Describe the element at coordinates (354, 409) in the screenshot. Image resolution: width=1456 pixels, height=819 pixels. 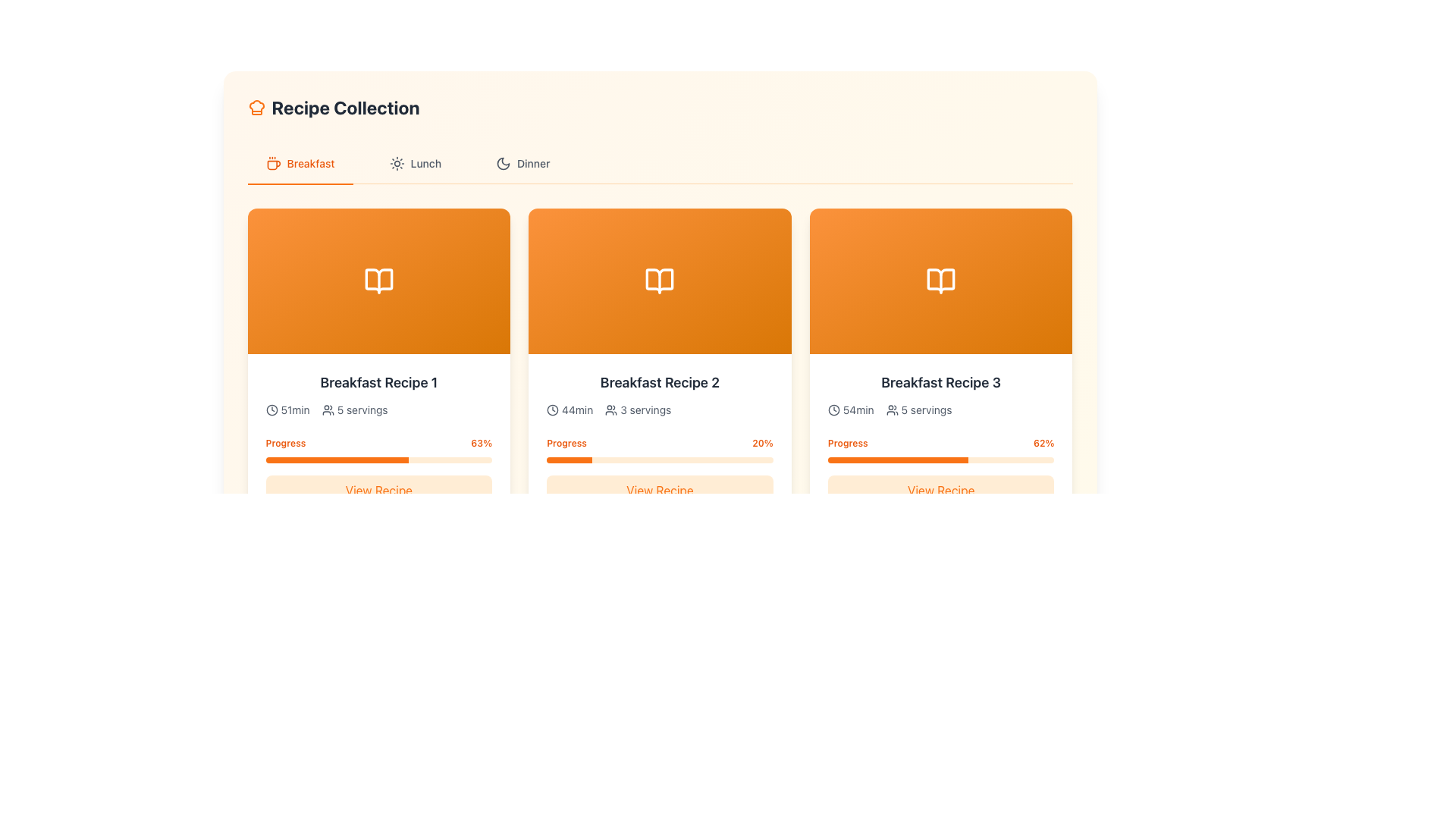
I see `the informational label indicating the number of servings for the associated recipe in the 'Breakfast Recipe 1' section` at that location.